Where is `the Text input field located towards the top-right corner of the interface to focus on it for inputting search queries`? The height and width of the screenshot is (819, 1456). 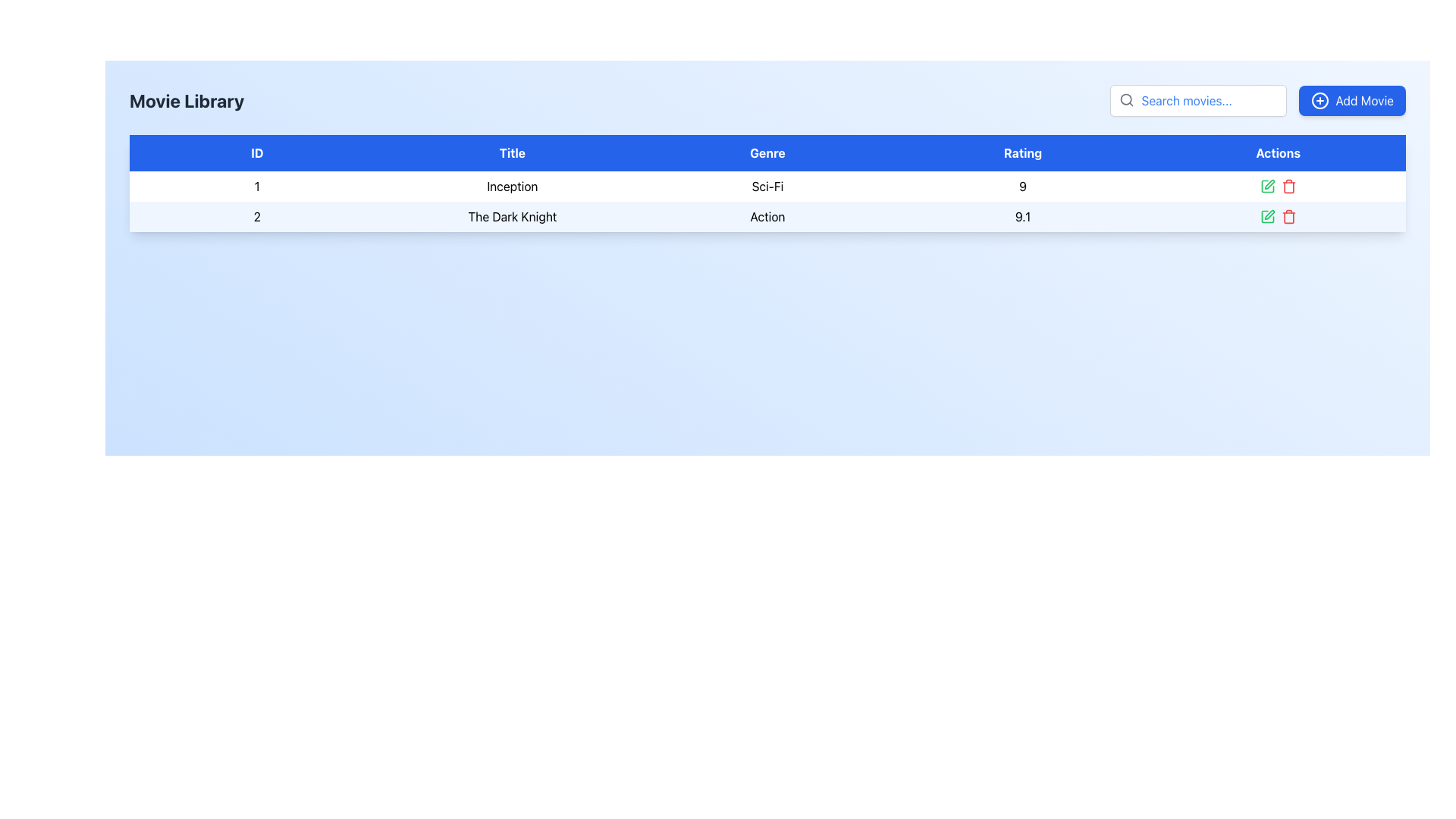 the Text input field located towards the top-right corner of the interface to focus on it for inputting search queries is located at coordinates (1197, 100).